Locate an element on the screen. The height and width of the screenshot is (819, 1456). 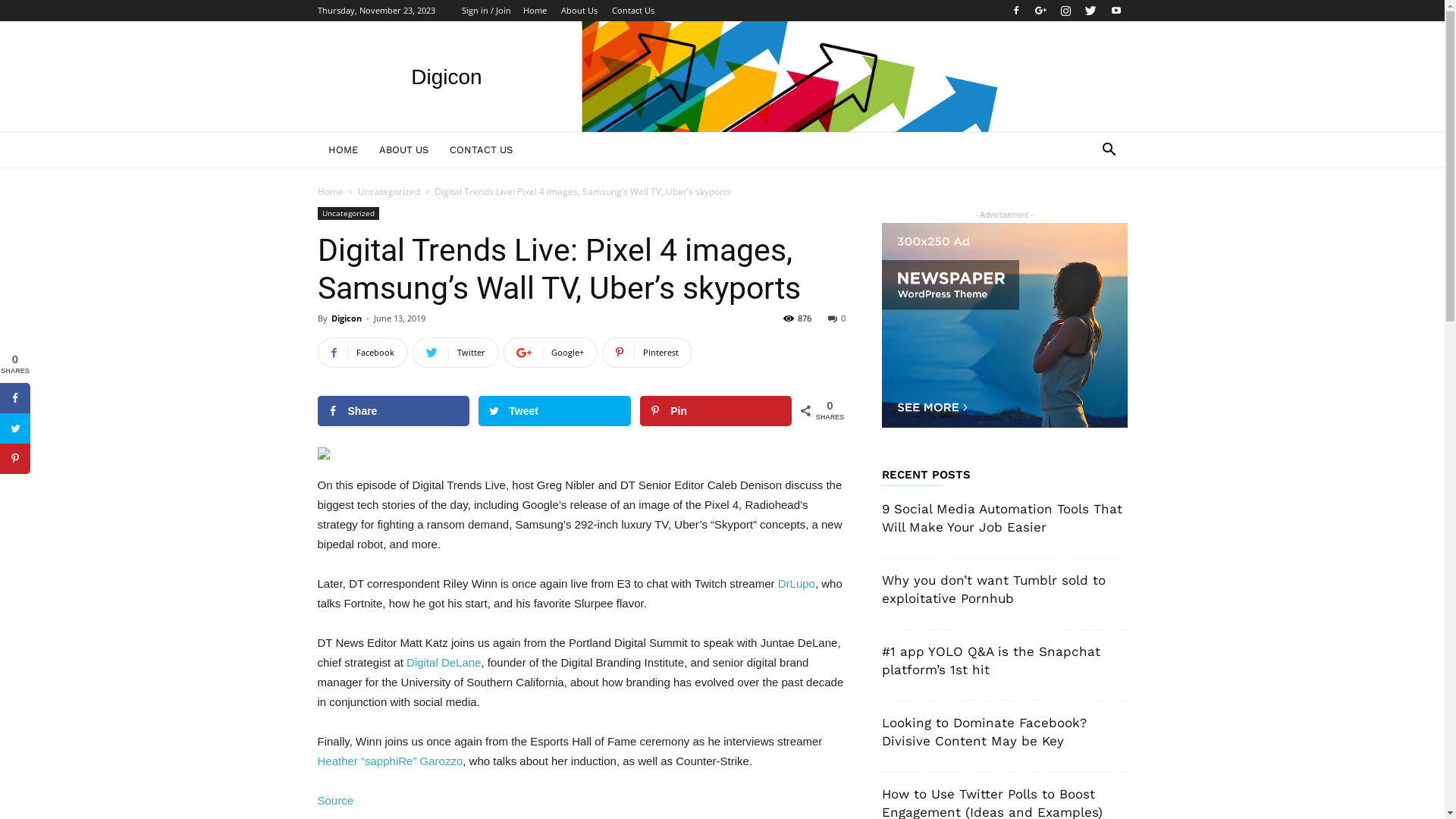
'Share' is located at coordinates (315, 411).